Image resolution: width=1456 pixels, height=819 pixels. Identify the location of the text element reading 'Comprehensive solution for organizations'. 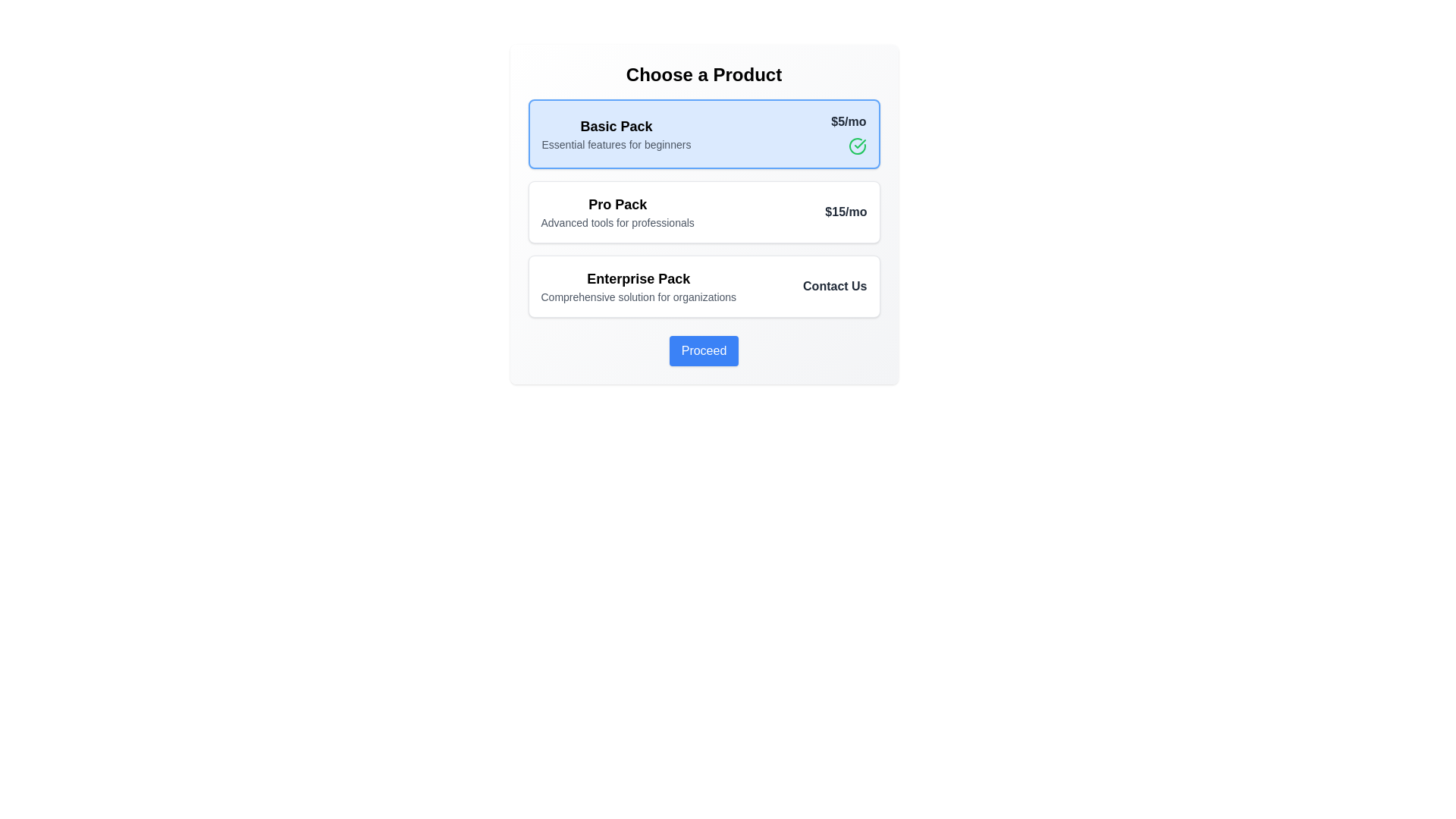
(639, 297).